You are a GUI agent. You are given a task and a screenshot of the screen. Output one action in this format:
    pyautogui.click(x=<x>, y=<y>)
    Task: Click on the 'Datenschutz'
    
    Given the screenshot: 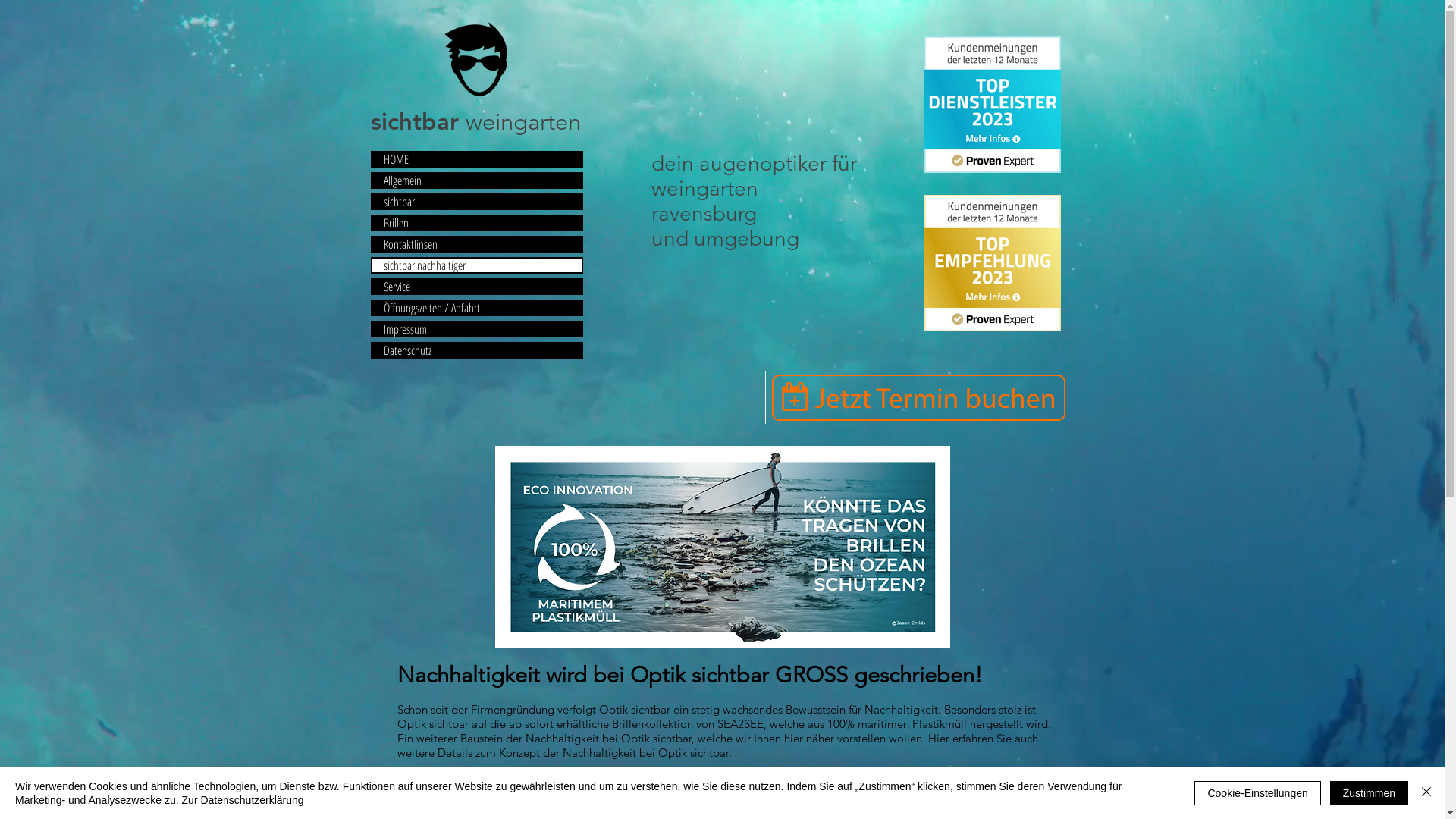 What is the action you would take?
    pyautogui.click(x=475, y=350)
    